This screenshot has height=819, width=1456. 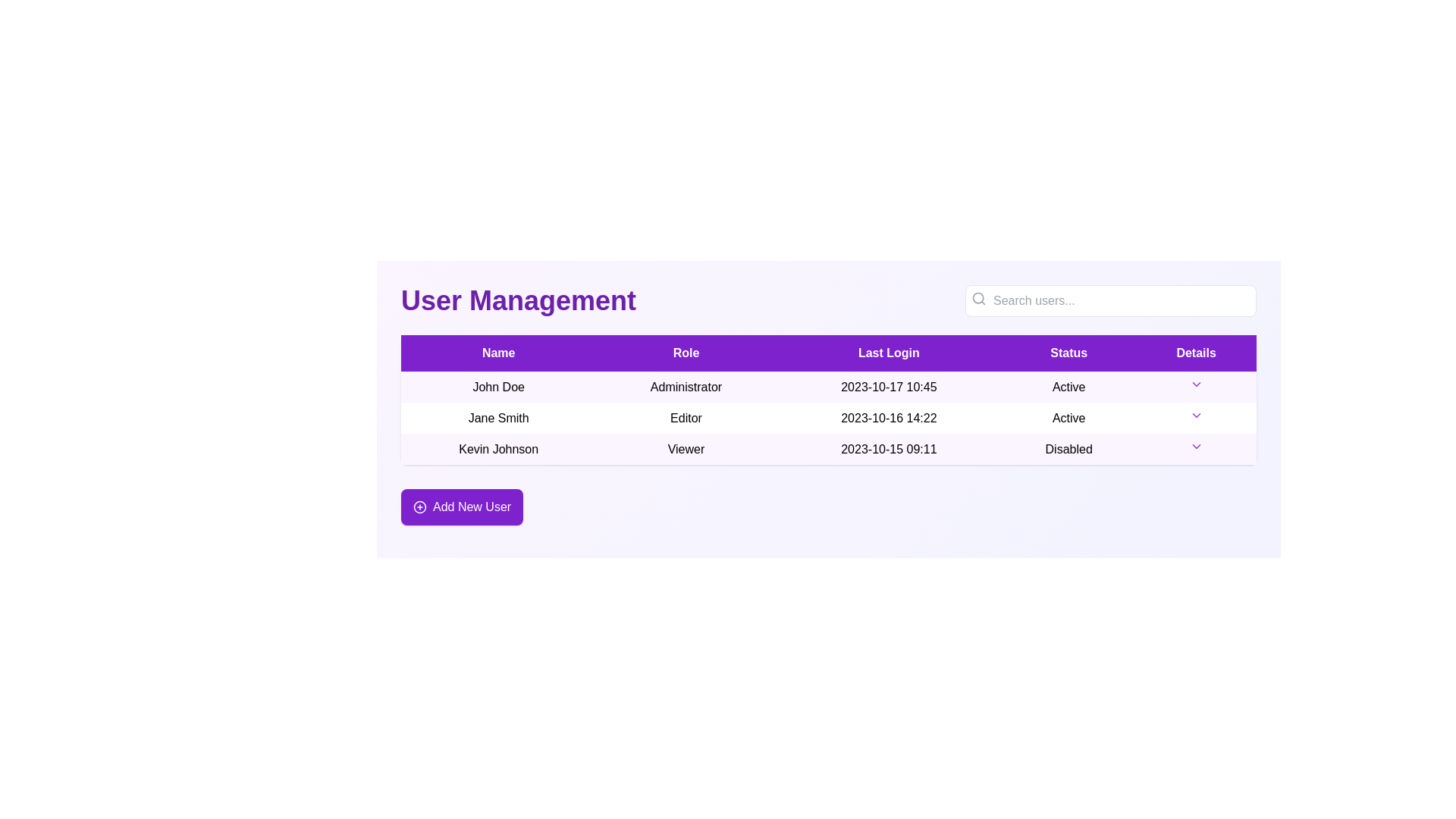 What do you see at coordinates (498, 386) in the screenshot?
I see `on the text display field showing 'John Doe' under the 'Name' column in the structured table` at bounding box center [498, 386].